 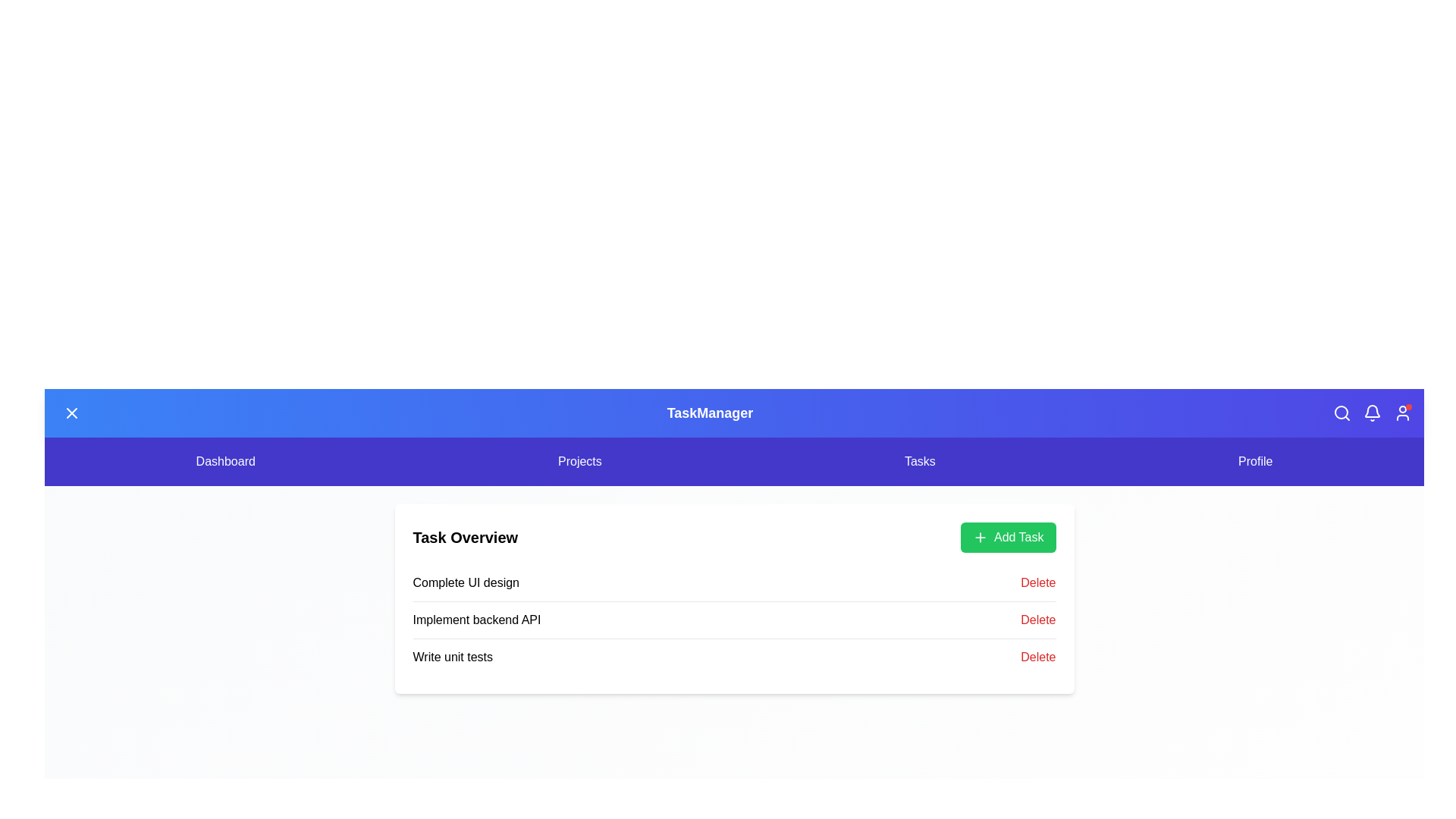 I want to click on the menu toggle button to toggle the menu state, so click(x=71, y=413).